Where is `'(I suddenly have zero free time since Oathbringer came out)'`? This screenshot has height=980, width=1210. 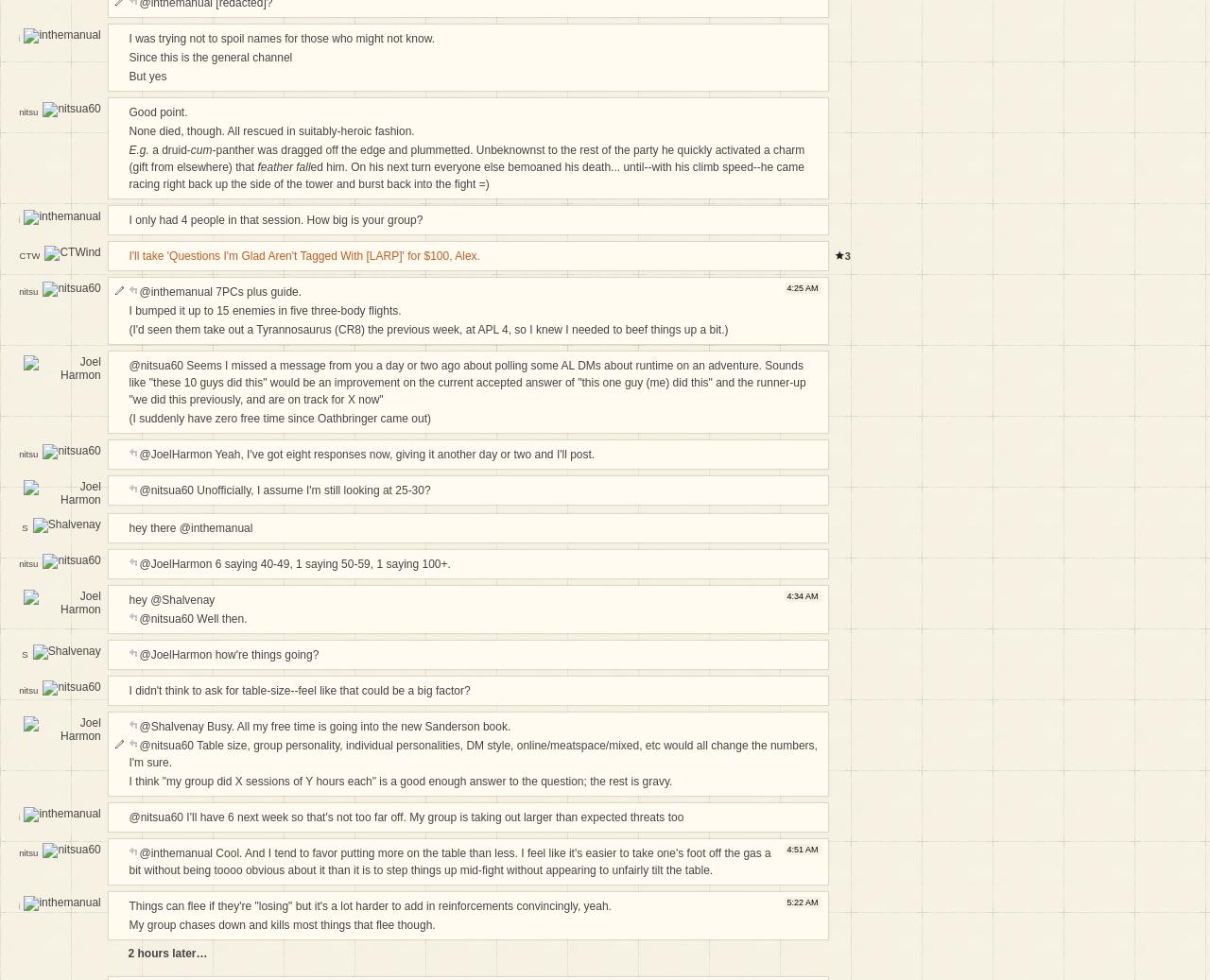 '(I suddenly have zero free time since Oathbringer came out)' is located at coordinates (278, 416).